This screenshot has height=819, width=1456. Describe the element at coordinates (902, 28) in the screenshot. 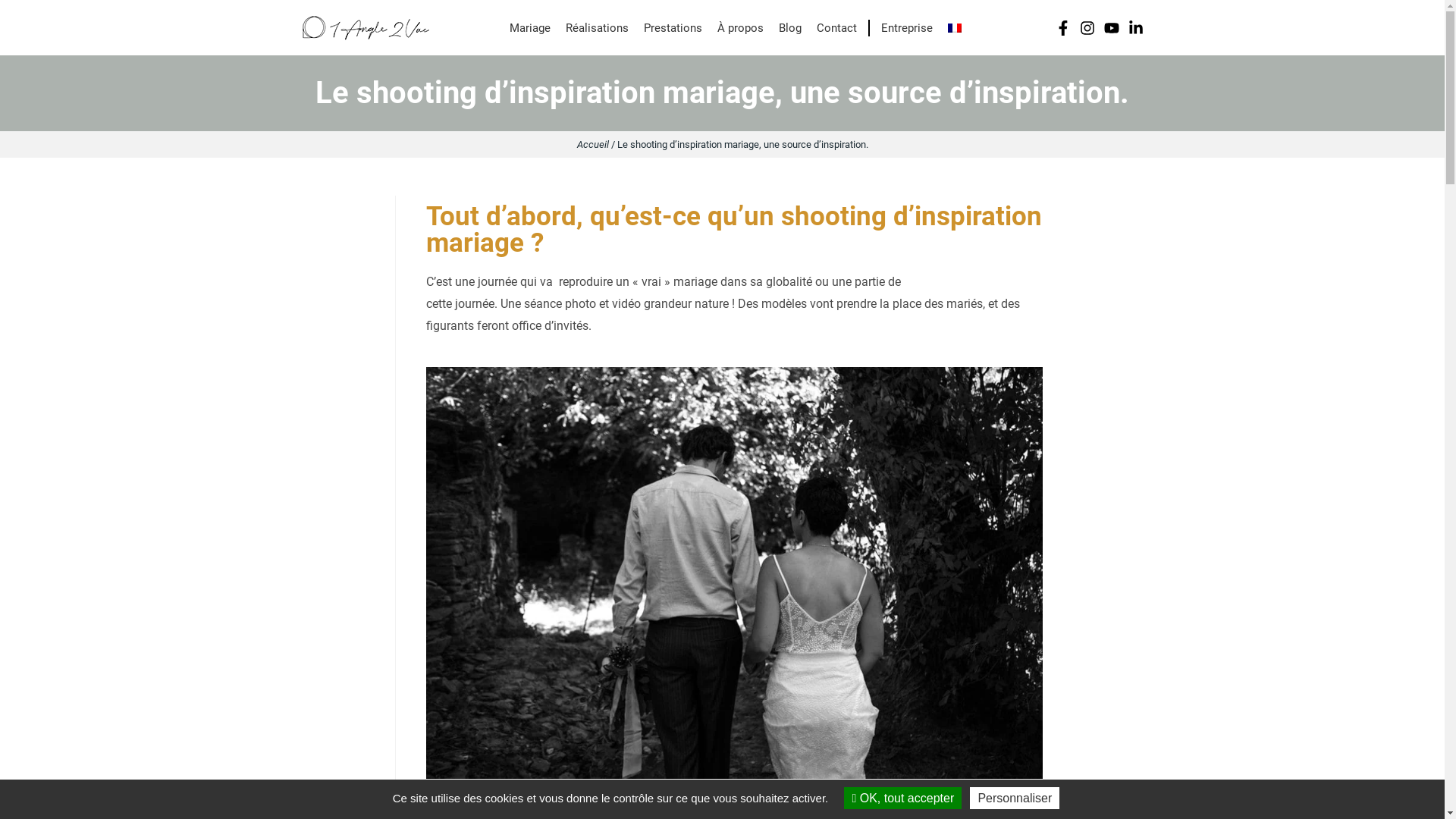

I see `'Entreprise'` at that location.